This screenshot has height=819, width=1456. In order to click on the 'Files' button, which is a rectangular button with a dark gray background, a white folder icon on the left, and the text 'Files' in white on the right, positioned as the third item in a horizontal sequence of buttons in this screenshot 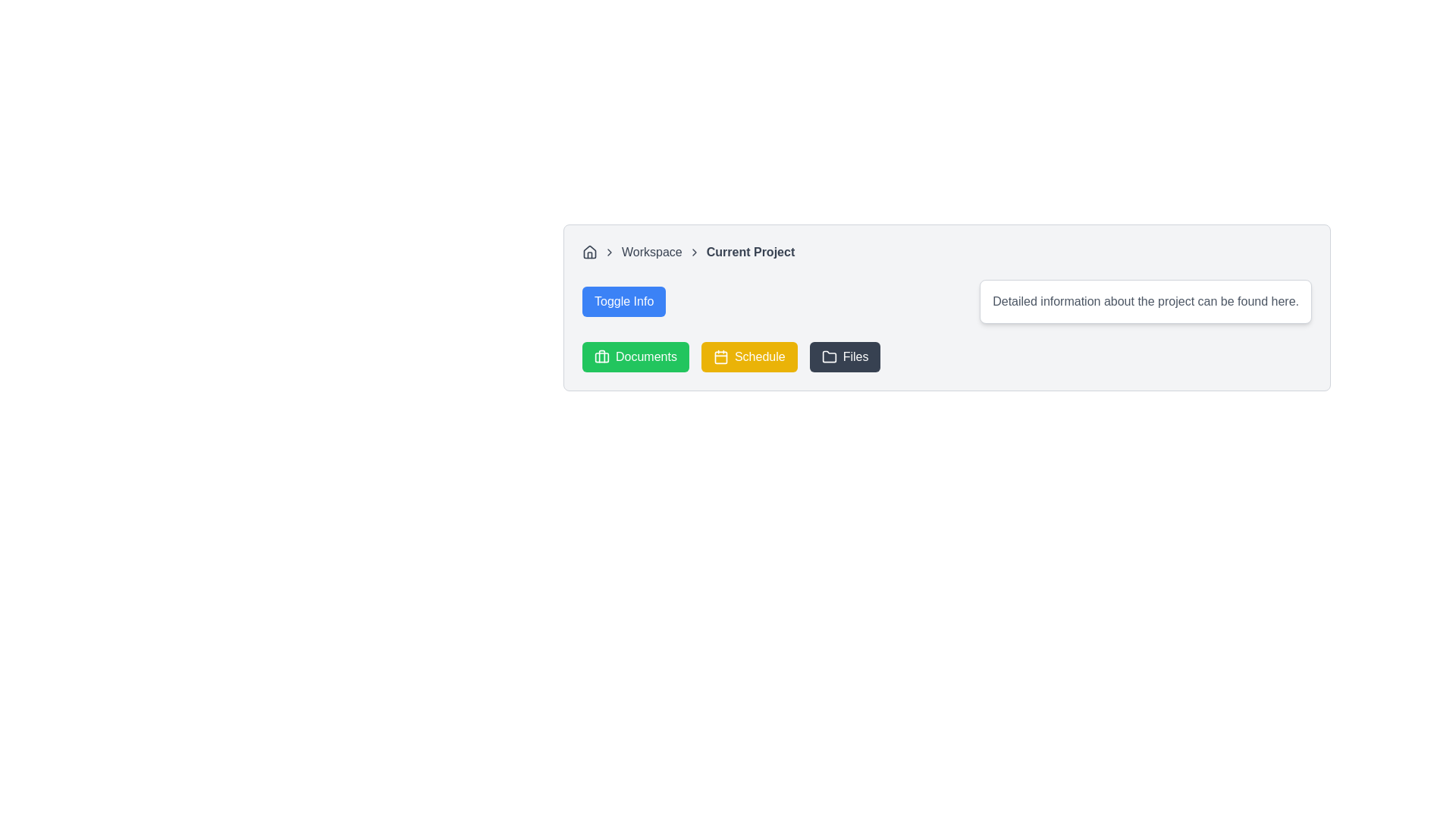, I will do `click(844, 356)`.